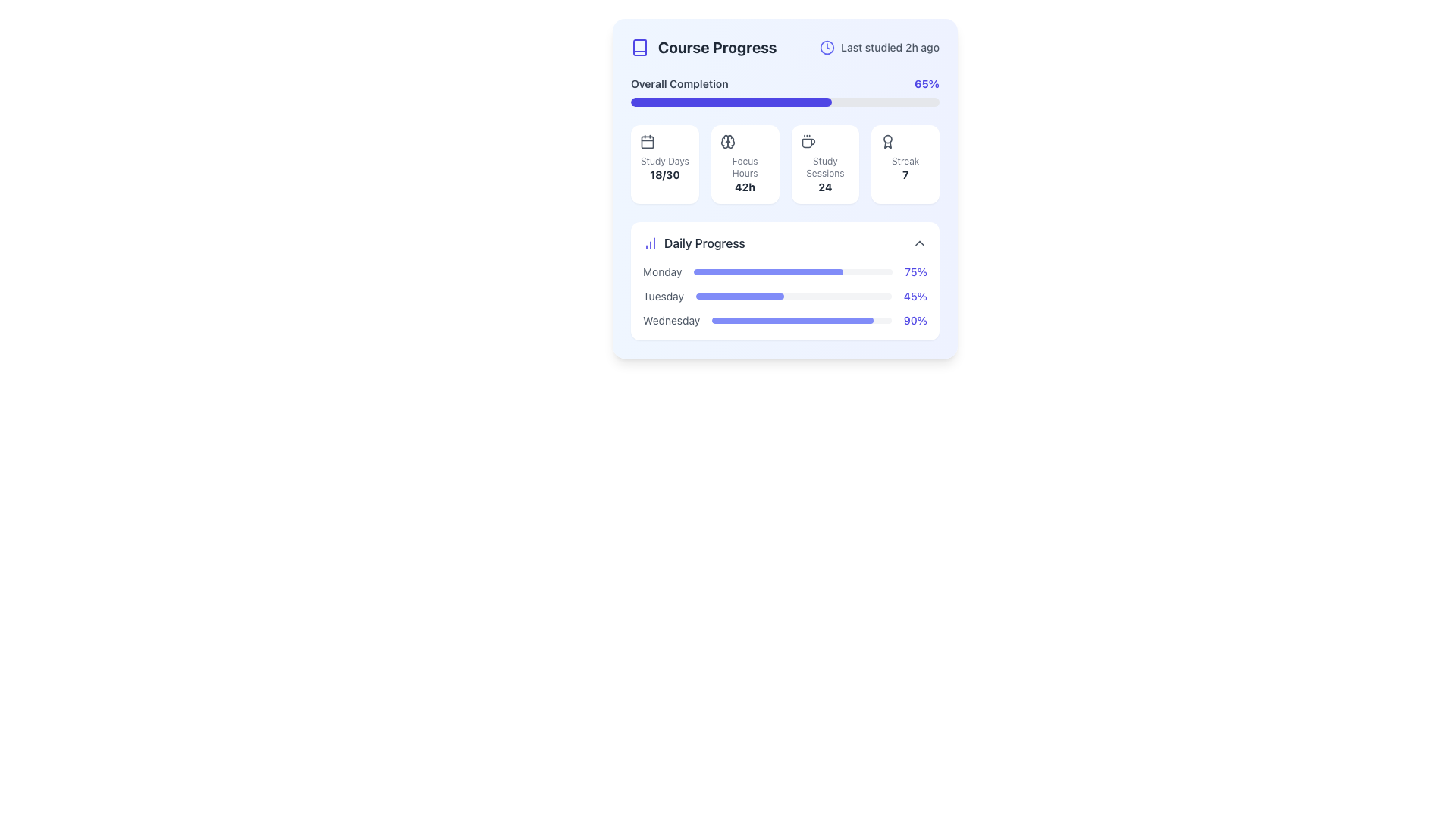  Describe the element at coordinates (664, 161) in the screenshot. I see `the 'Study Days' text label, which is displayed in light gray and is centrally positioned above the bold number '18/30' within its card layout` at that location.